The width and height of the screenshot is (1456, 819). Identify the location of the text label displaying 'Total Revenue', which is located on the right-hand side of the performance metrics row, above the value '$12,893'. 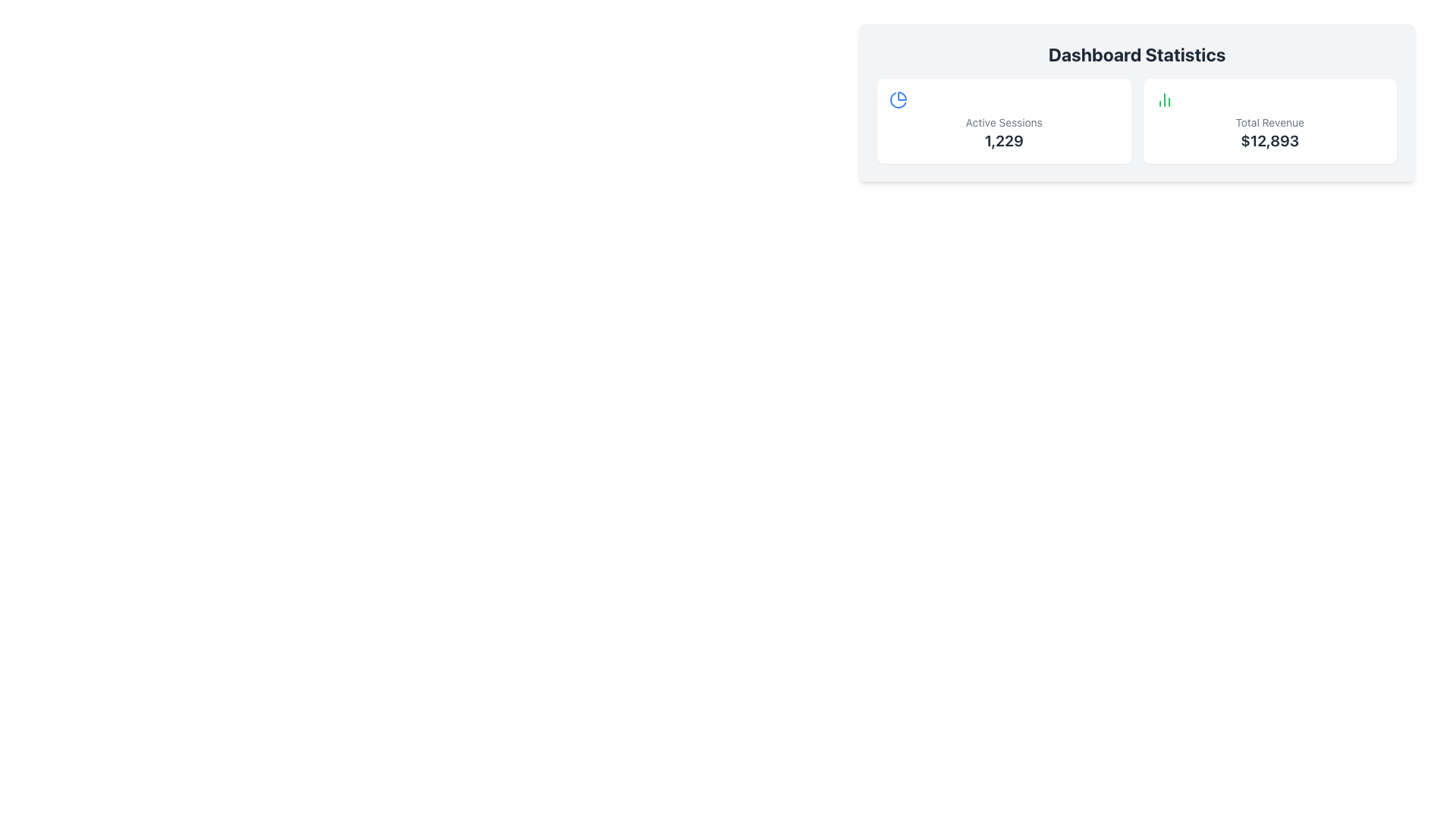
(1269, 122).